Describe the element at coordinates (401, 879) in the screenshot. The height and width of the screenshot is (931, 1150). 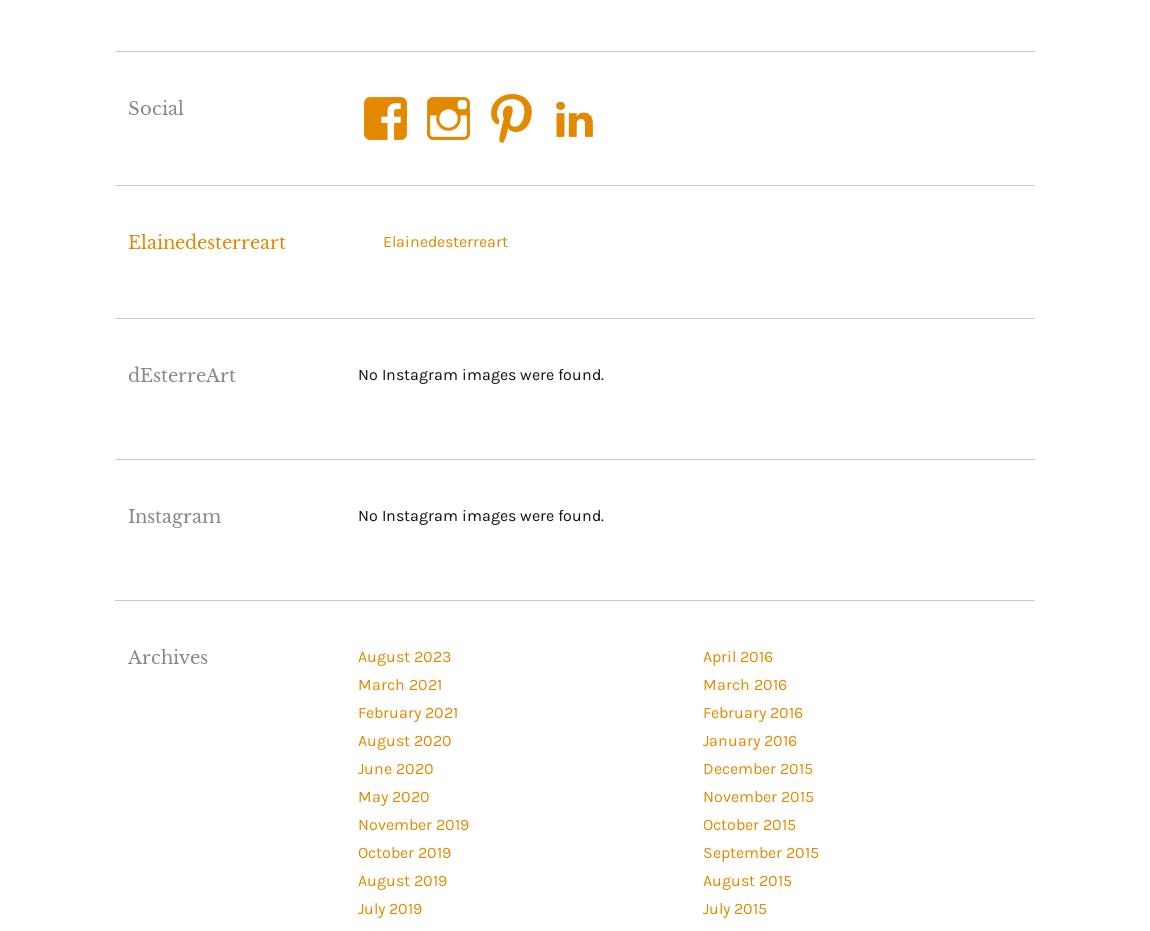
I see `'August 2019'` at that location.